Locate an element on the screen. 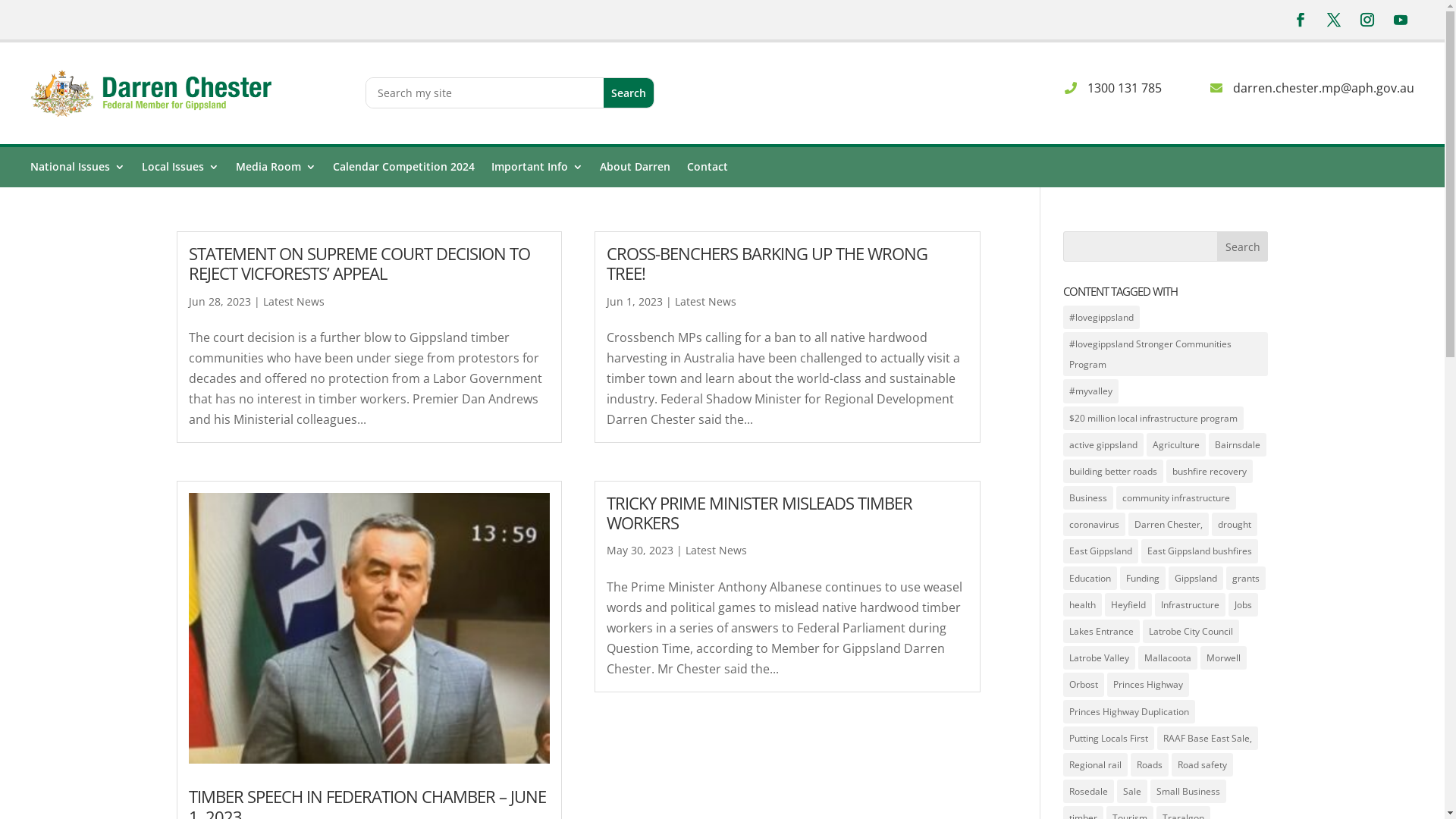  'Follow on Instagram' is located at coordinates (1367, 20).